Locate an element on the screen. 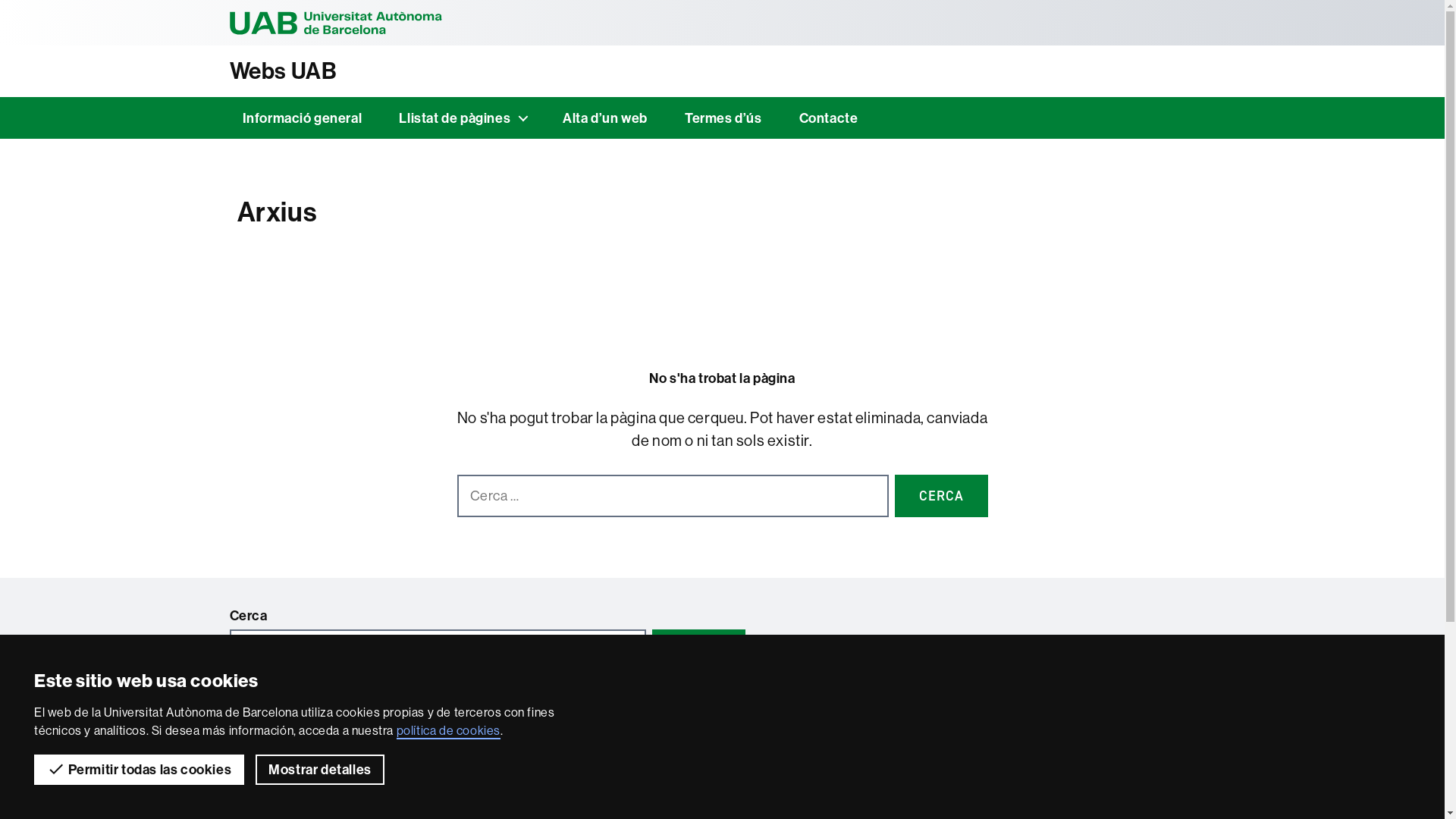 The image size is (1456, 819). 'Webs UAB' is located at coordinates (228, 71).